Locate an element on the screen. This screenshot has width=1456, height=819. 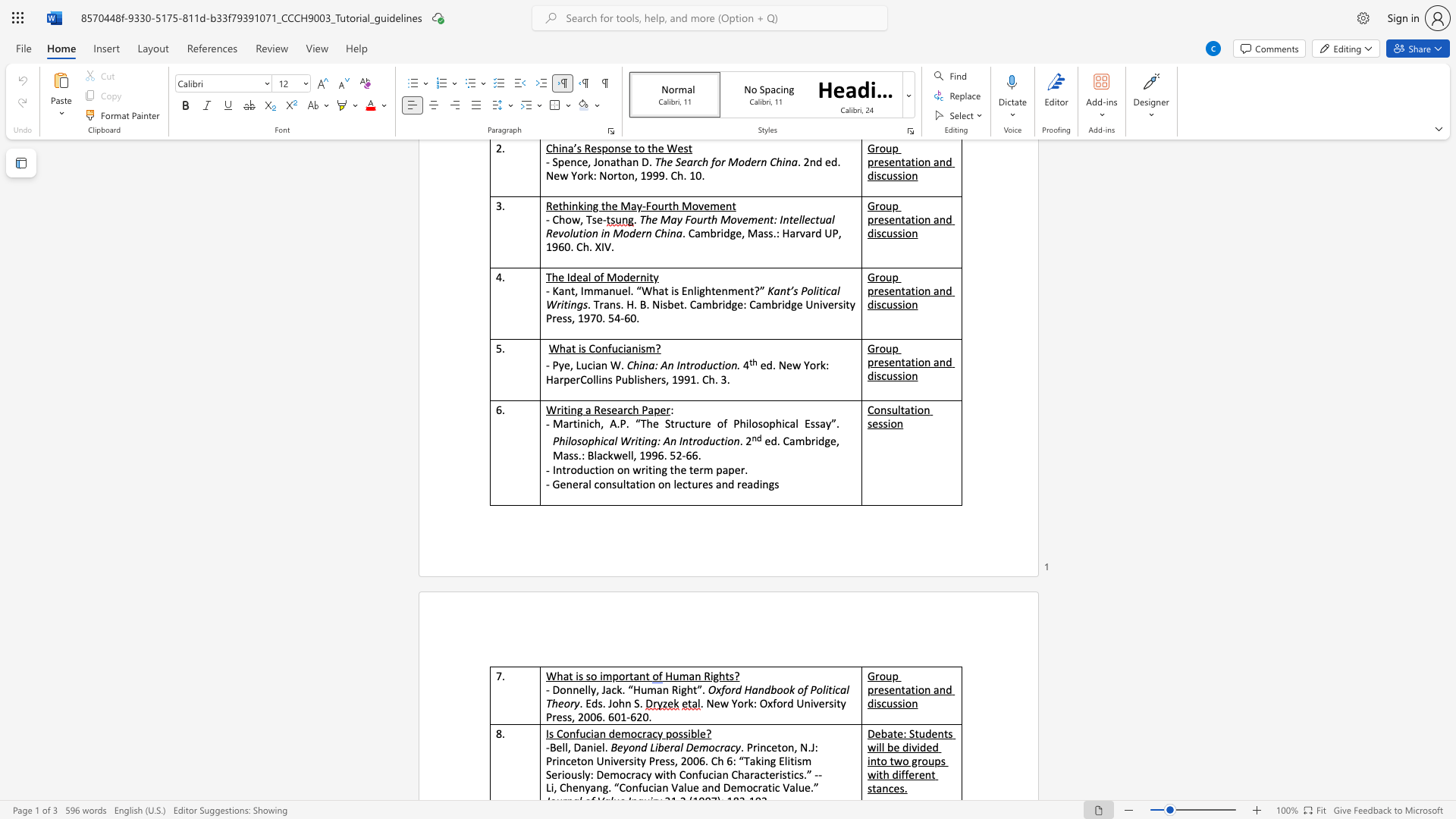
the subset text "w York: Oxford University Press, 2006. 601" within the text ". New York: Oxford University Press, 2006. 601-620." is located at coordinates (719, 703).